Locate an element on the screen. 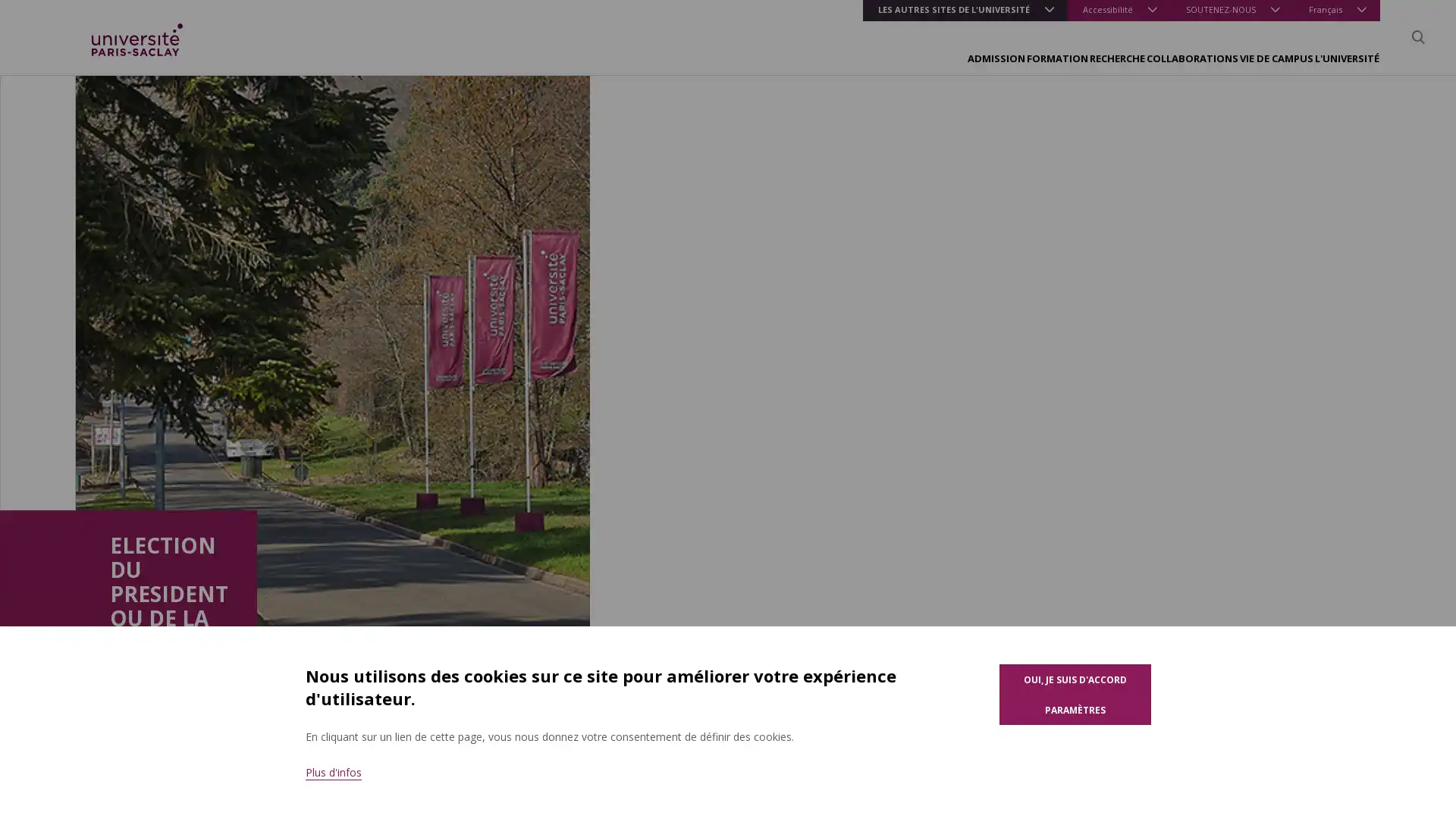 Image resolution: width=1456 pixels, height=819 pixels. FORMATION is located at coordinates (860, 52).